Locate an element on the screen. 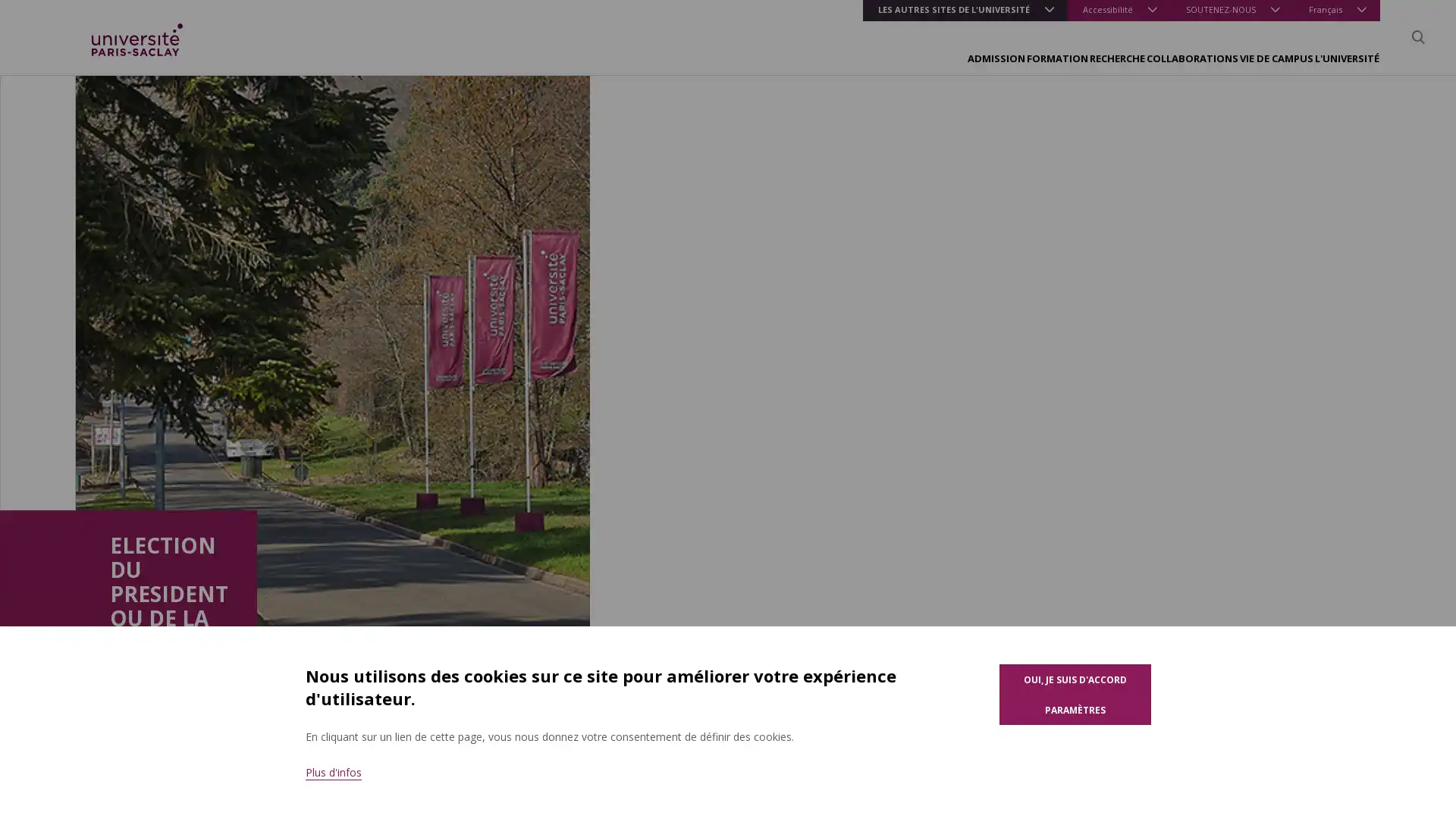 Image resolution: width=1456 pixels, height=819 pixels. FORMATION is located at coordinates (860, 52).